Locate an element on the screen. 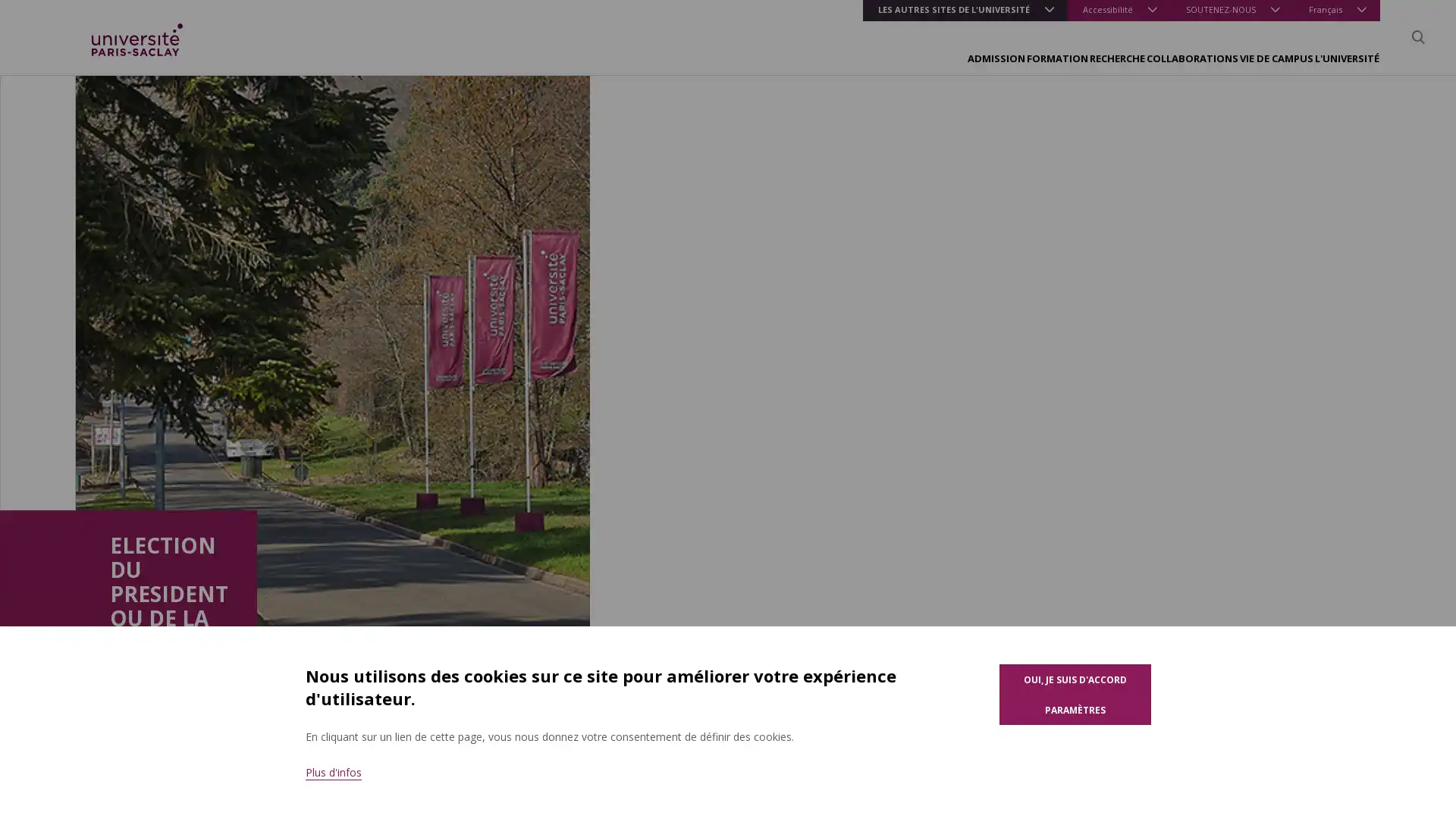 Image resolution: width=1456 pixels, height=819 pixels. FORMATION is located at coordinates (860, 52).